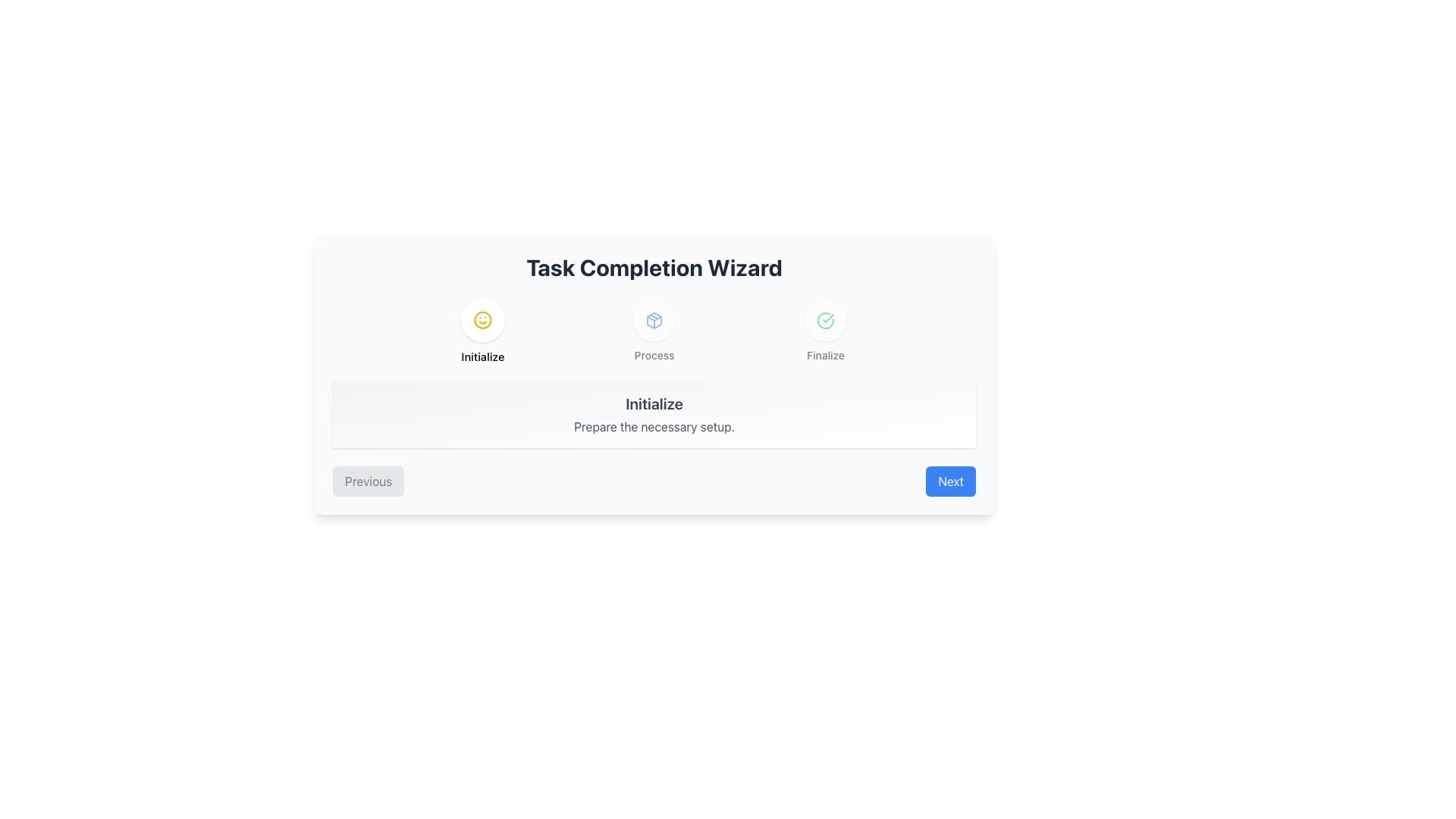 Image resolution: width=1456 pixels, height=819 pixels. Describe the element at coordinates (654, 320) in the screenshot. I see `the active 'Process' step icon in the task completion wizard` at that location.